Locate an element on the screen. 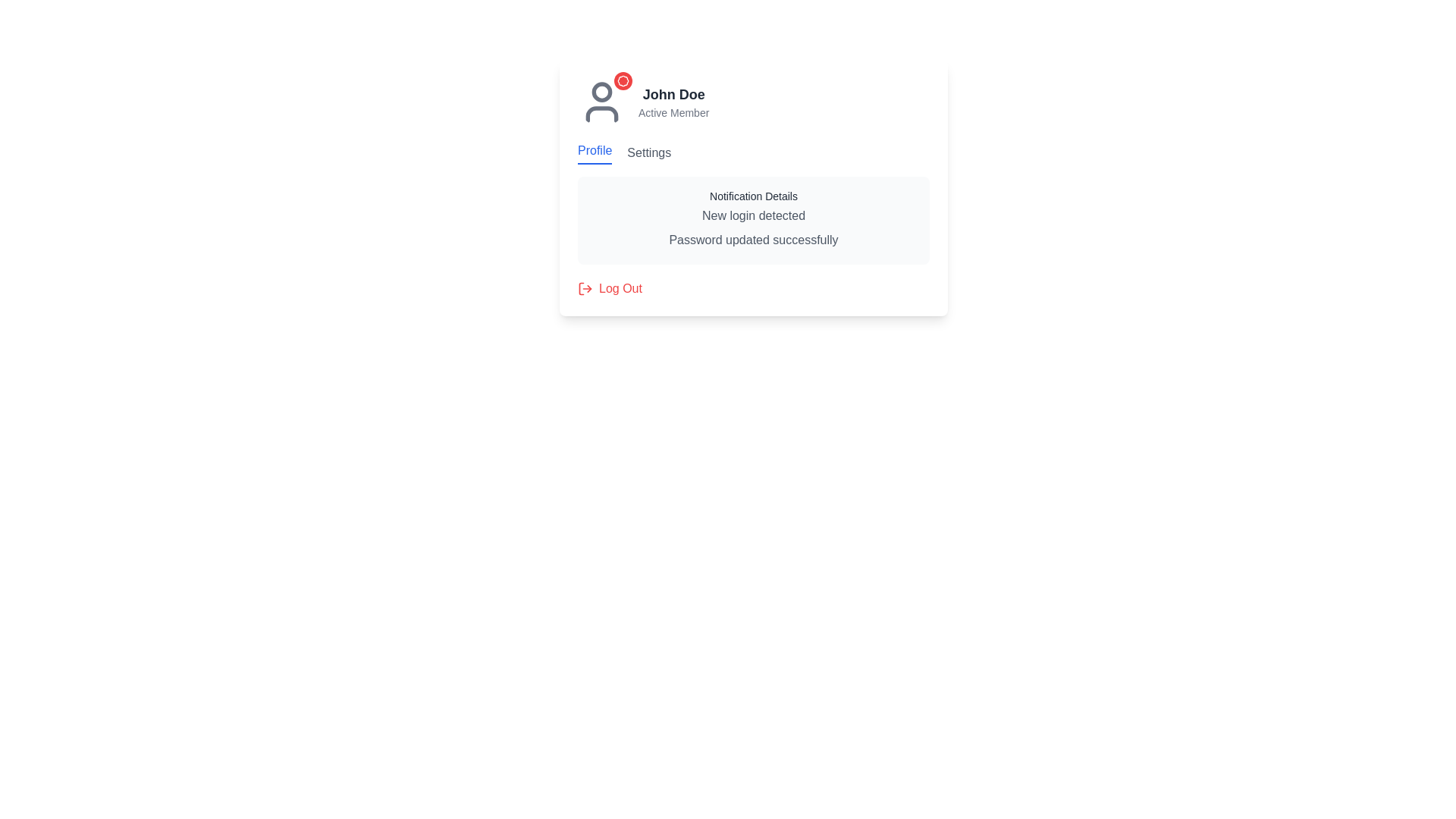 This screenshot has height=819, width=1456. the informational card section that displays user notifications or status messages, located below the 'Profile' and 'Settings' tabs in the card layout is located at coordinates (753, 187).